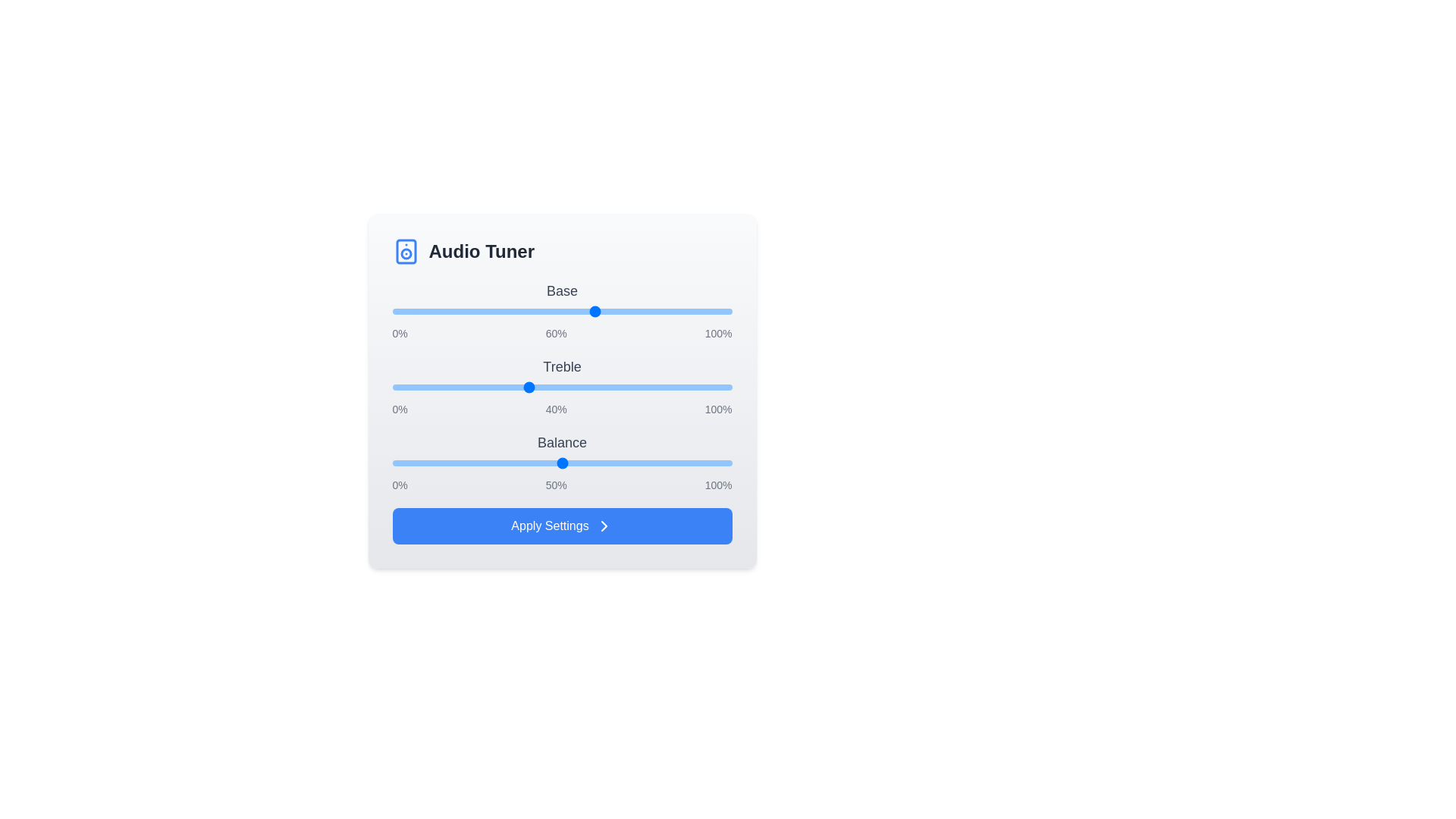  What do you see at coordinates (518, 311) in the screenshot?
I see `the 0 slider to 37%` at bounding box center [518, 311].